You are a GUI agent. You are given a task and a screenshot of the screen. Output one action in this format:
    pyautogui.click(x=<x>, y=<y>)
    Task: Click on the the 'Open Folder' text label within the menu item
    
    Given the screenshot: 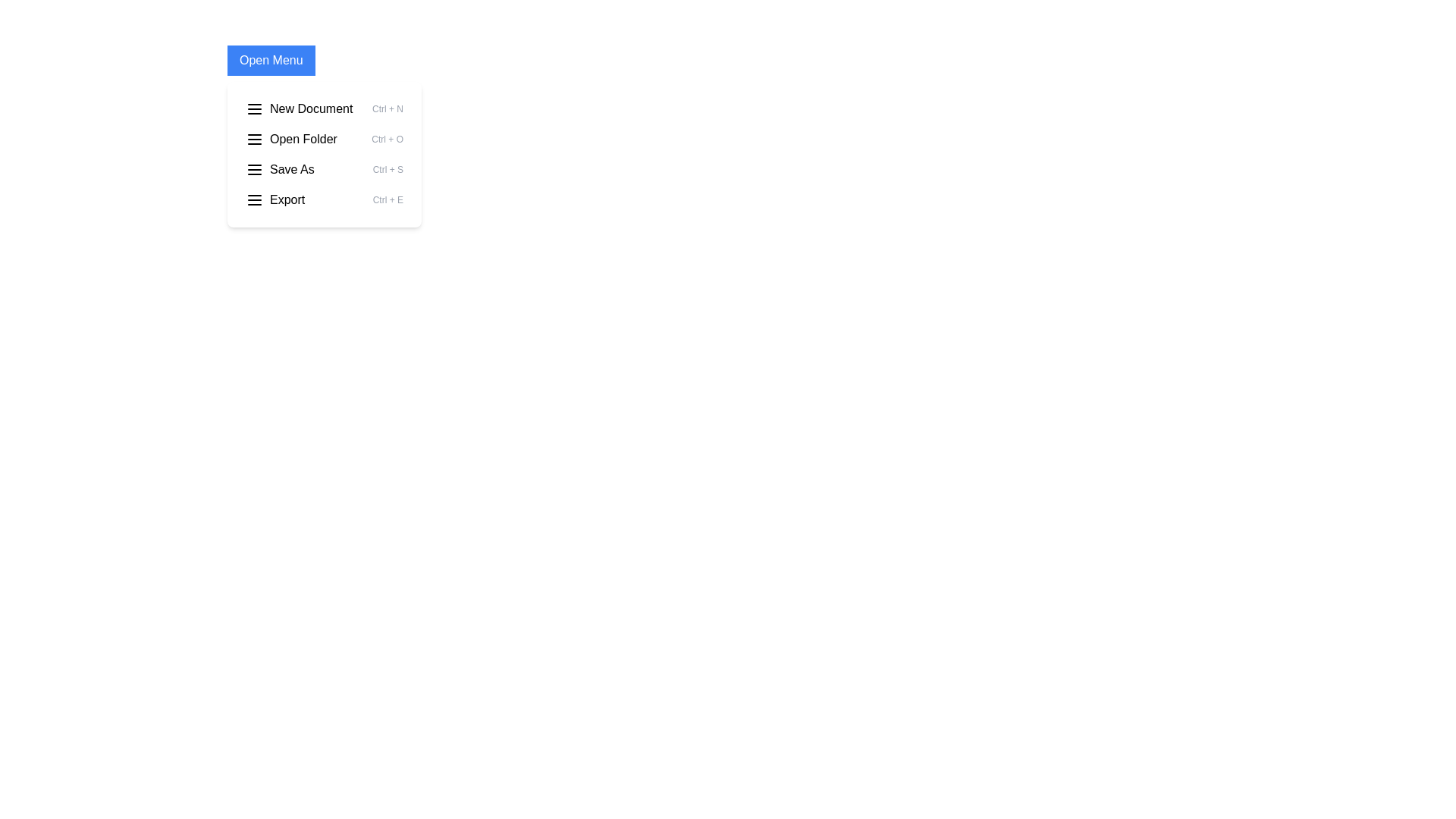 What is the action you would take?
    pyautogui.click(x=291, y=140)
    